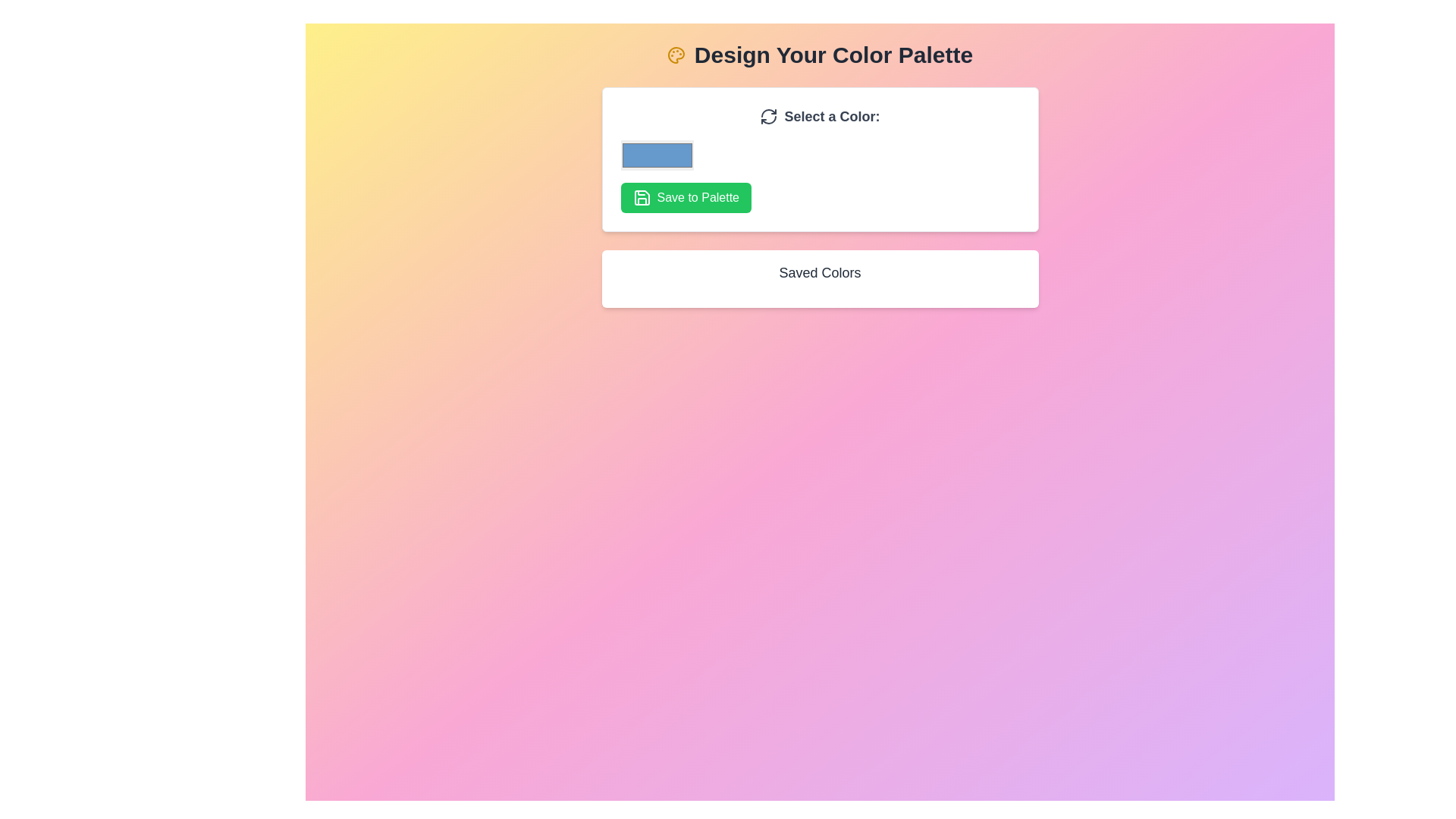 The height and width of the screenshot is (819, 1456). Describe the element at coordinates (769, 112) in the screenshot. I see `the graphical element representing the refresh action, located at the upper-left corner of the circular refresh arrow in the top-right part of the interface` at that location.